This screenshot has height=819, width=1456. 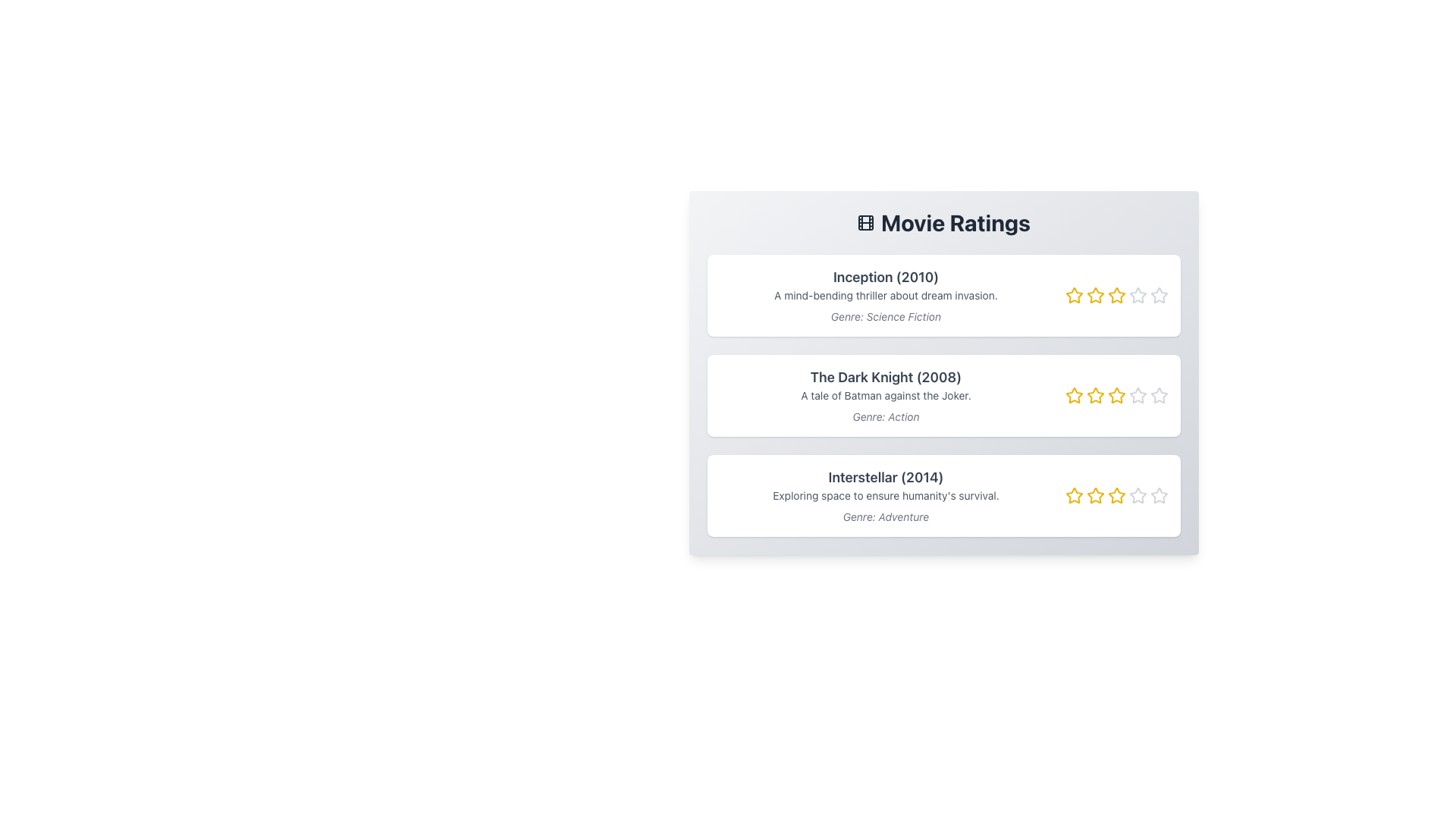 I want to click on the fourth star in the five-star rating interface for the movie 'Inception (2010)', which allows users to select or view the rating, so click(x=1137, y=295).